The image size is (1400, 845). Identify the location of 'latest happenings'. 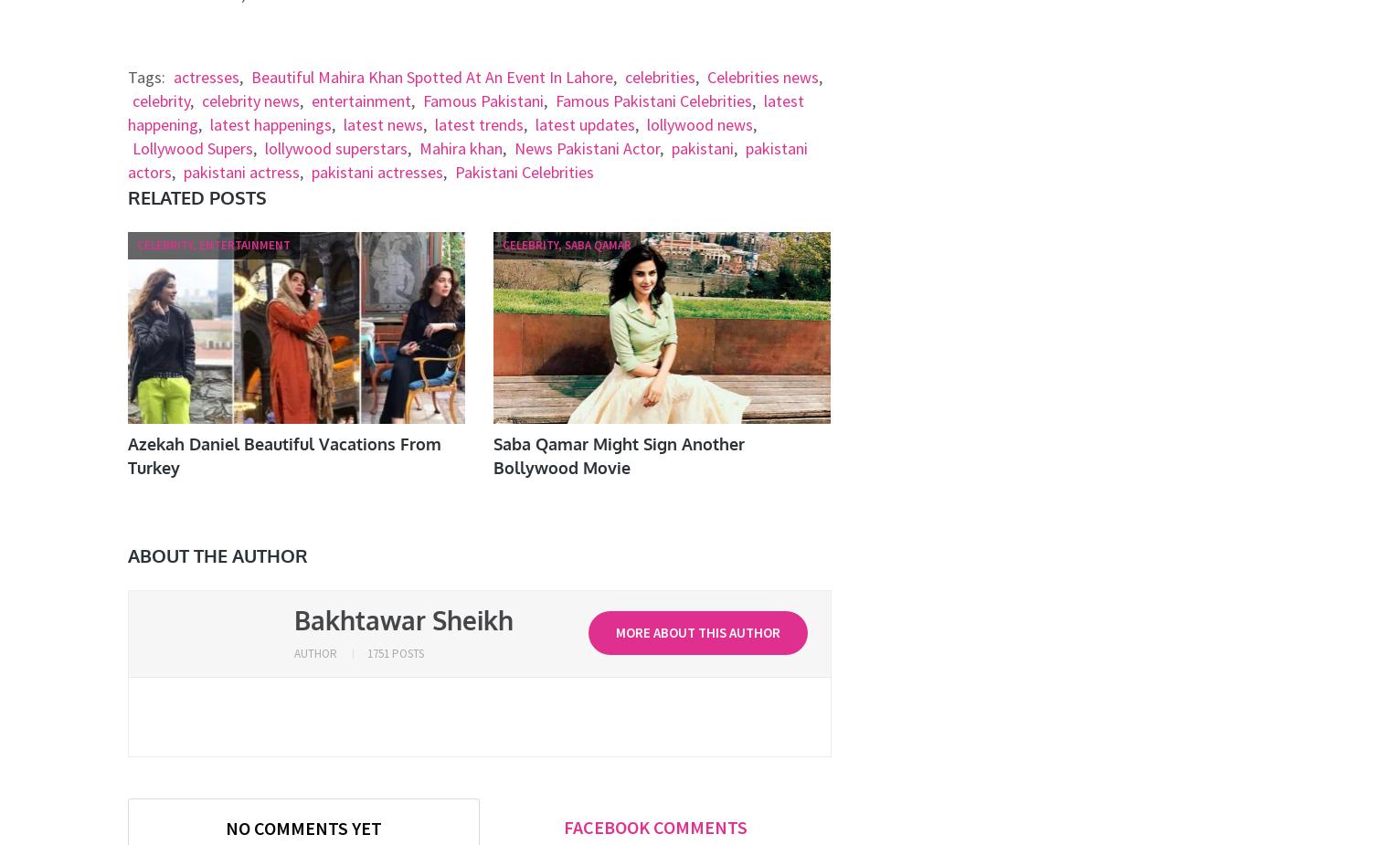
(269, 123).